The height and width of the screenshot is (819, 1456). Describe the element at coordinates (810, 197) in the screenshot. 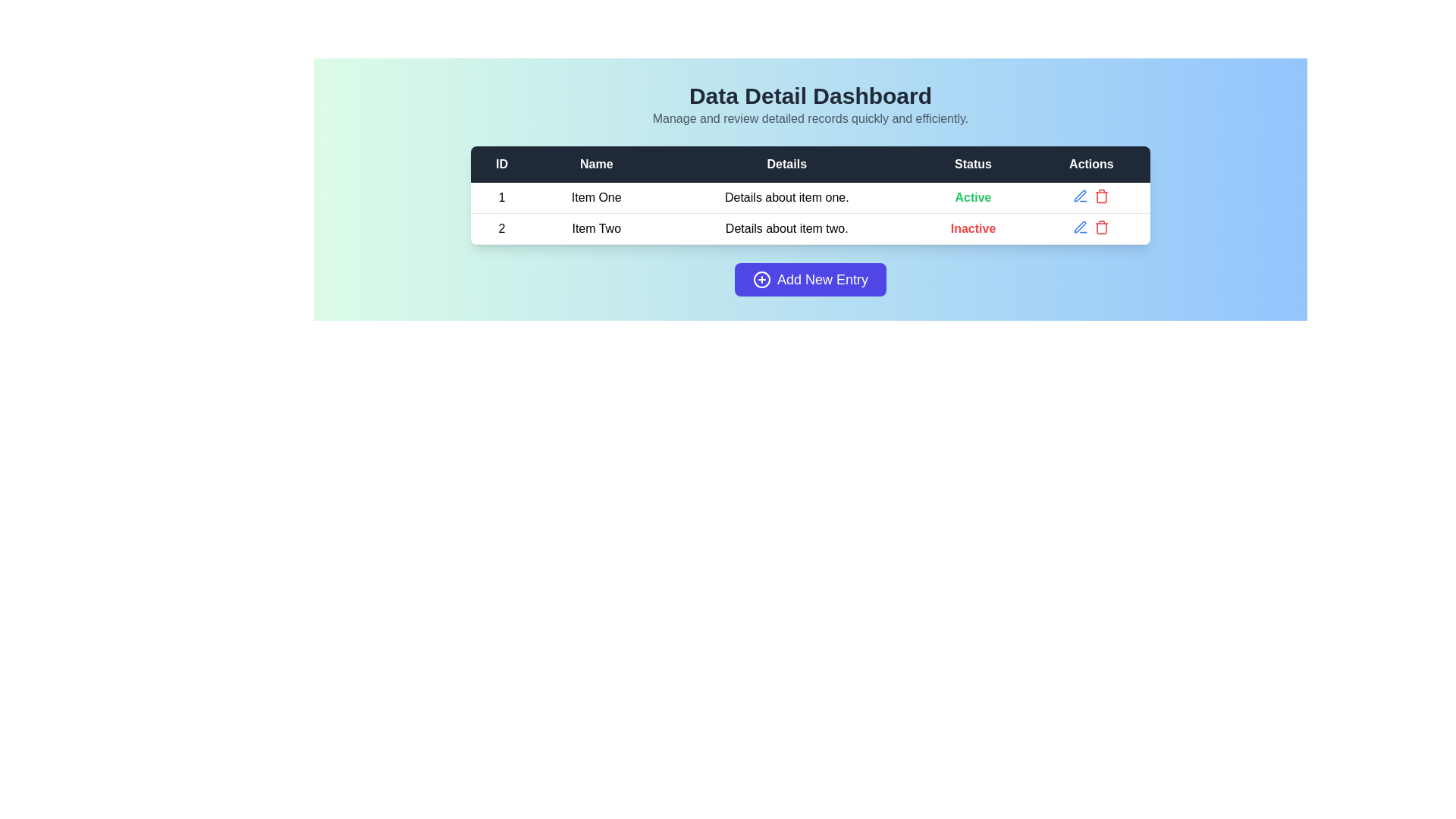

I see `details presented in the first row of the table, which includes ID '1', name 'Item One', description 'Details about item one.', and status 'Active'` at that location.